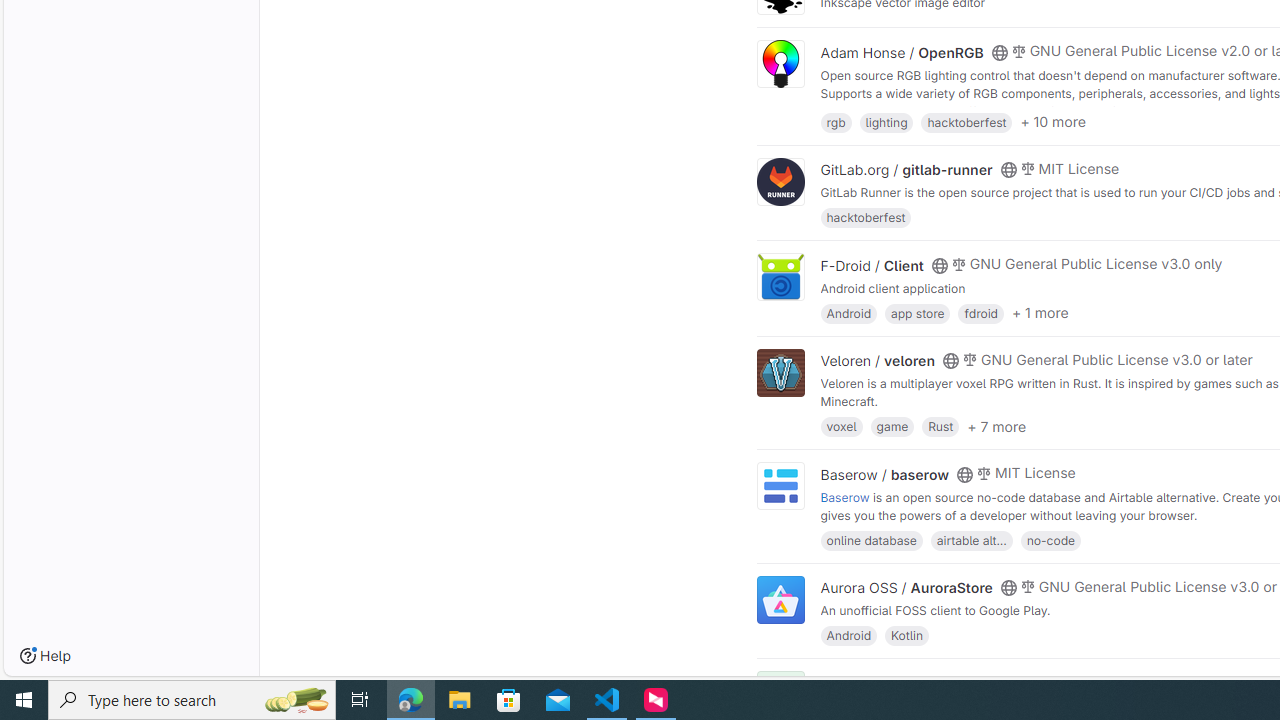 This screenshot has height=720, width=1280. What do you see at coordinates (996, 424) in the screenshot?
I see `'+ 7 more'` at bounding box center [996, 424].